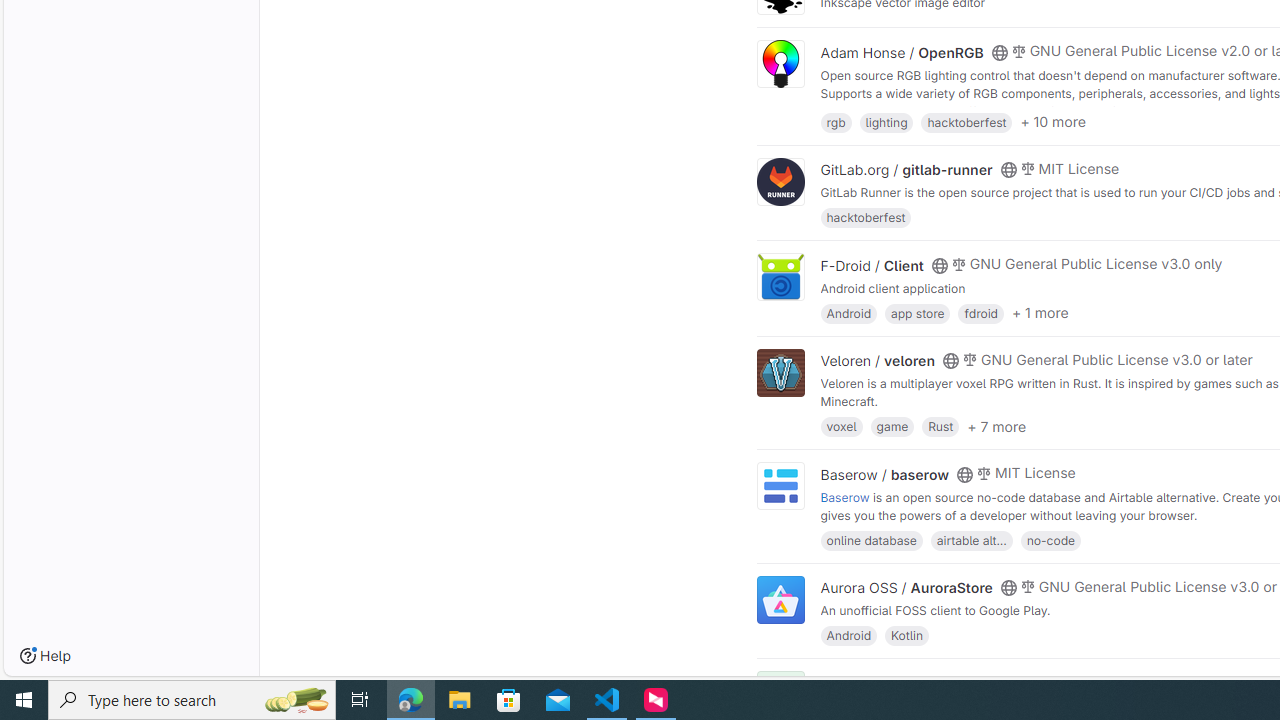 This screenshot has height=720, width=1280. What do you see at coordinates (996, 424) in the screenshot?
I see `'+ 7 more'` at bounding box center [996, 424].